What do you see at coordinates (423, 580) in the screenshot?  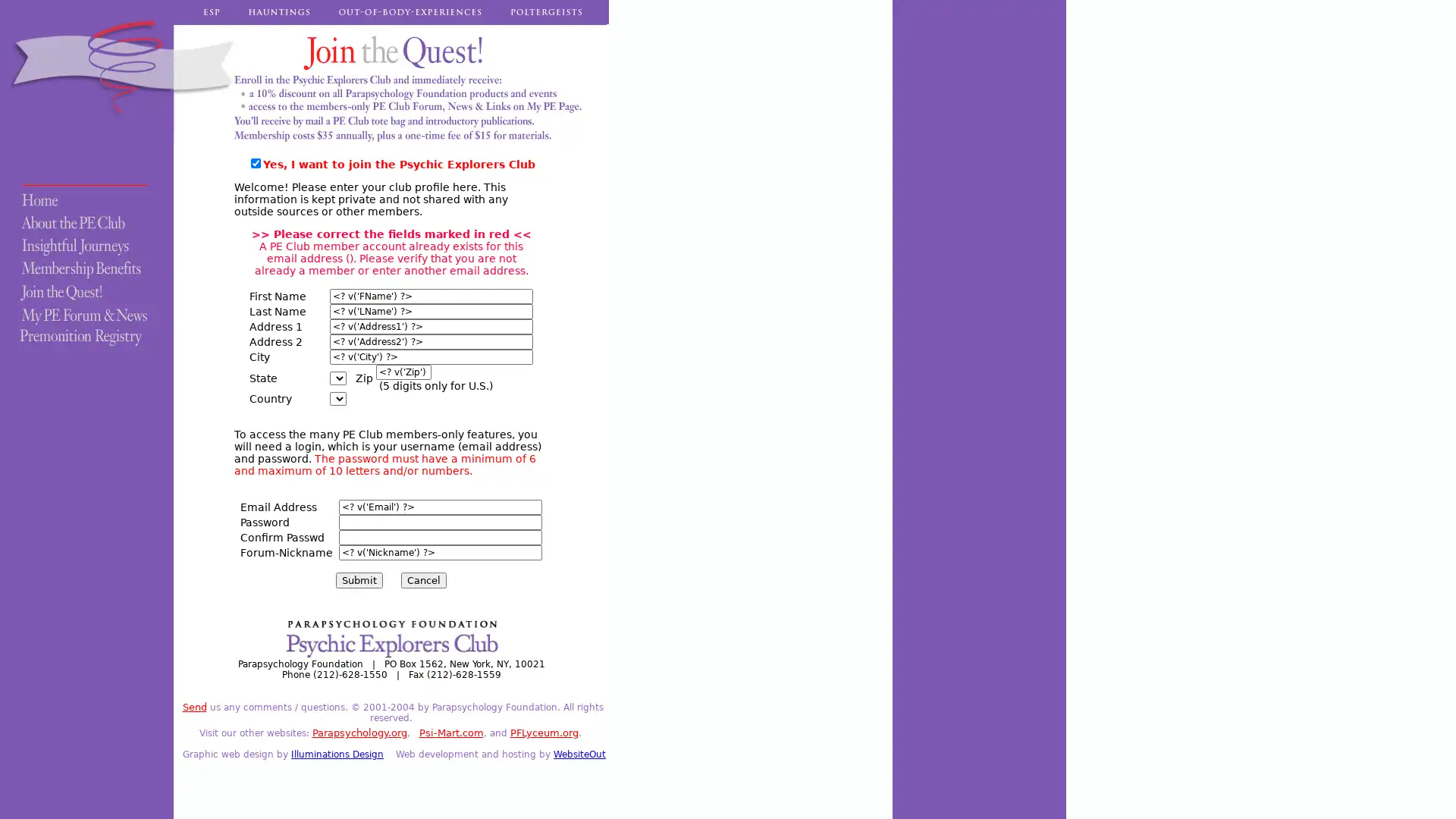 I see `Cancel` at bounding box center [423, 580].